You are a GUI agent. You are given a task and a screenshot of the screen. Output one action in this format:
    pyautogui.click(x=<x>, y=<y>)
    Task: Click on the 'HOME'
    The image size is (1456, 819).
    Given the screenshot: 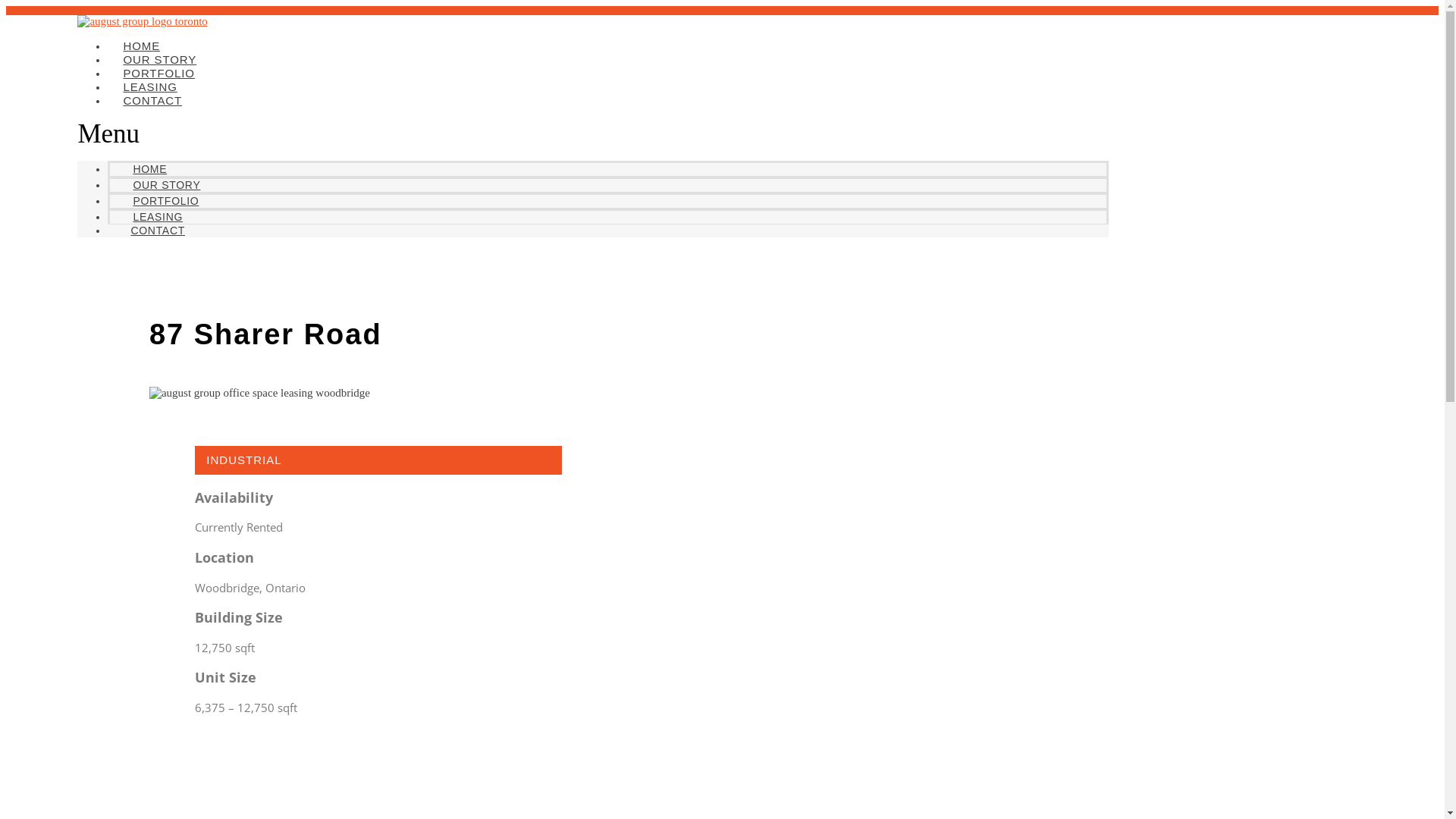 What is the action you would take?
    pyautogui.click(x=149, y=169)
    